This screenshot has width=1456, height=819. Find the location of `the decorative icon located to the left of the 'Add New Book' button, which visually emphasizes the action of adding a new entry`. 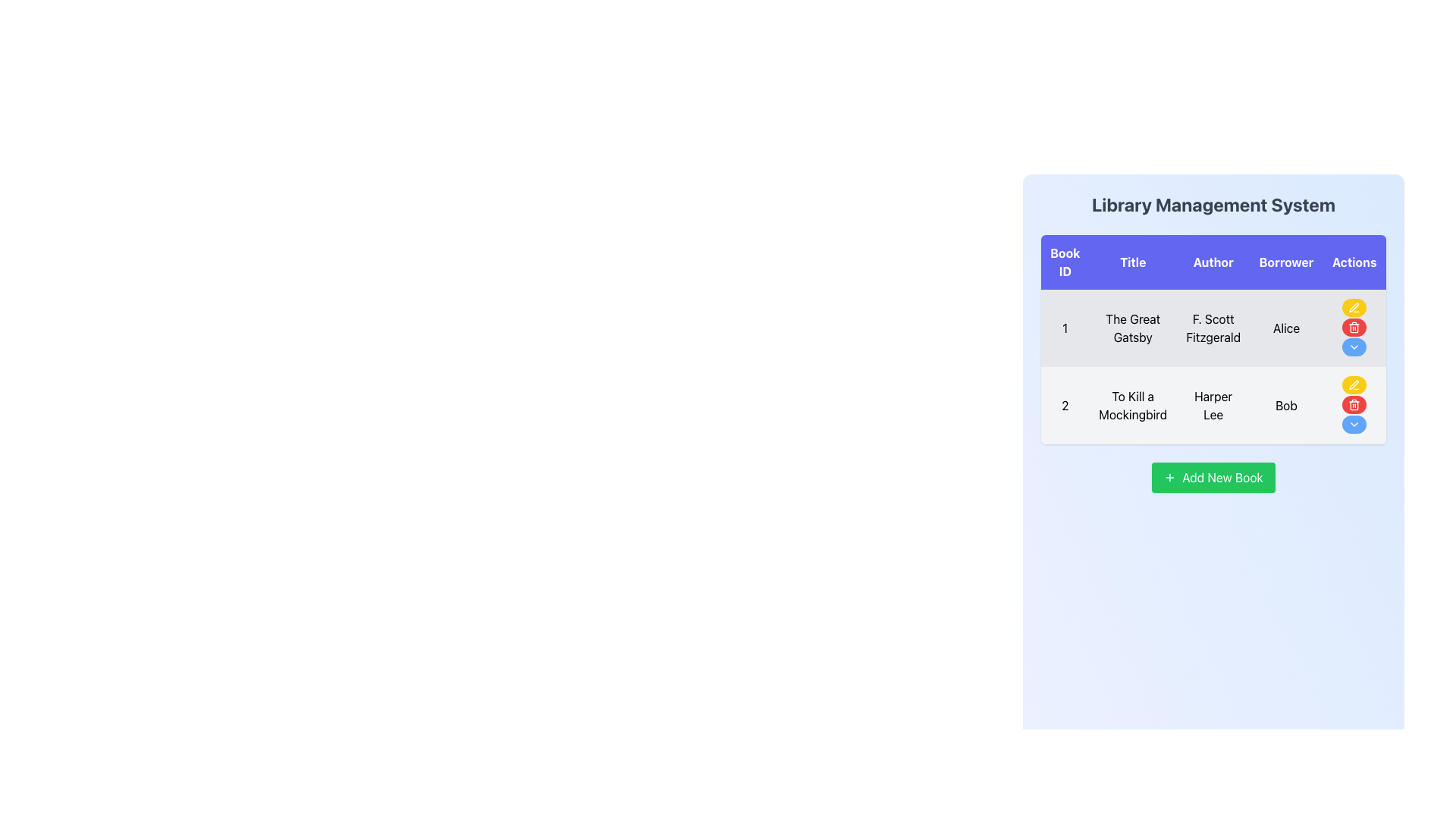

the decorative icon located to the left of the 'Add New Book' button, which visually emphasizes the action of adding a new entry is located at coordinates (1169, 476).